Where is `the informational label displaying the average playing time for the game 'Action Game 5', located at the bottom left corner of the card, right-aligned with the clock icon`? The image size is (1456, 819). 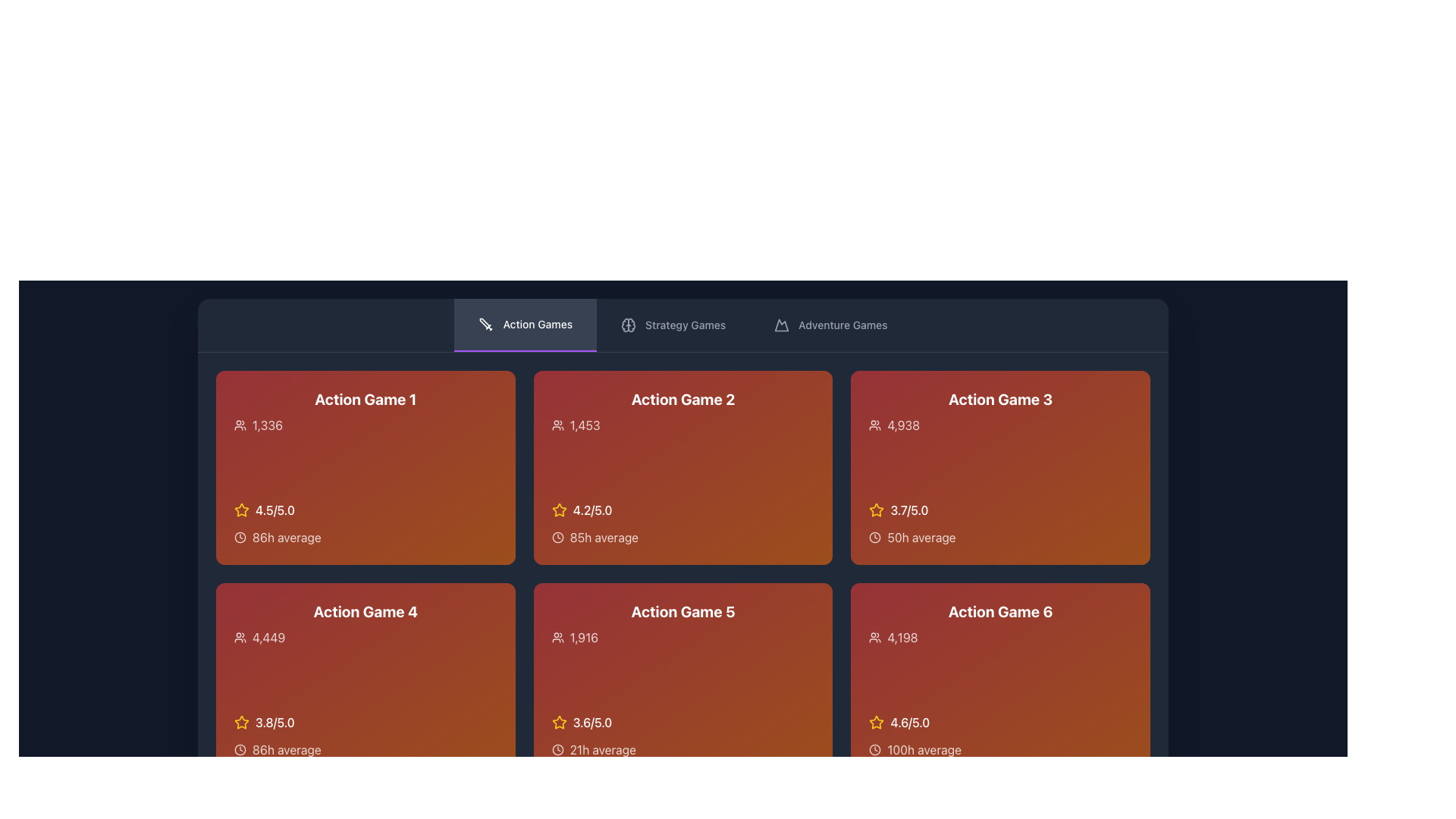
the informational label displaying the average playing time for the game 'Action Game 5', located at the bottom left corner of the card, right-aligned with the clock icon is located at coordinates (682, 748).